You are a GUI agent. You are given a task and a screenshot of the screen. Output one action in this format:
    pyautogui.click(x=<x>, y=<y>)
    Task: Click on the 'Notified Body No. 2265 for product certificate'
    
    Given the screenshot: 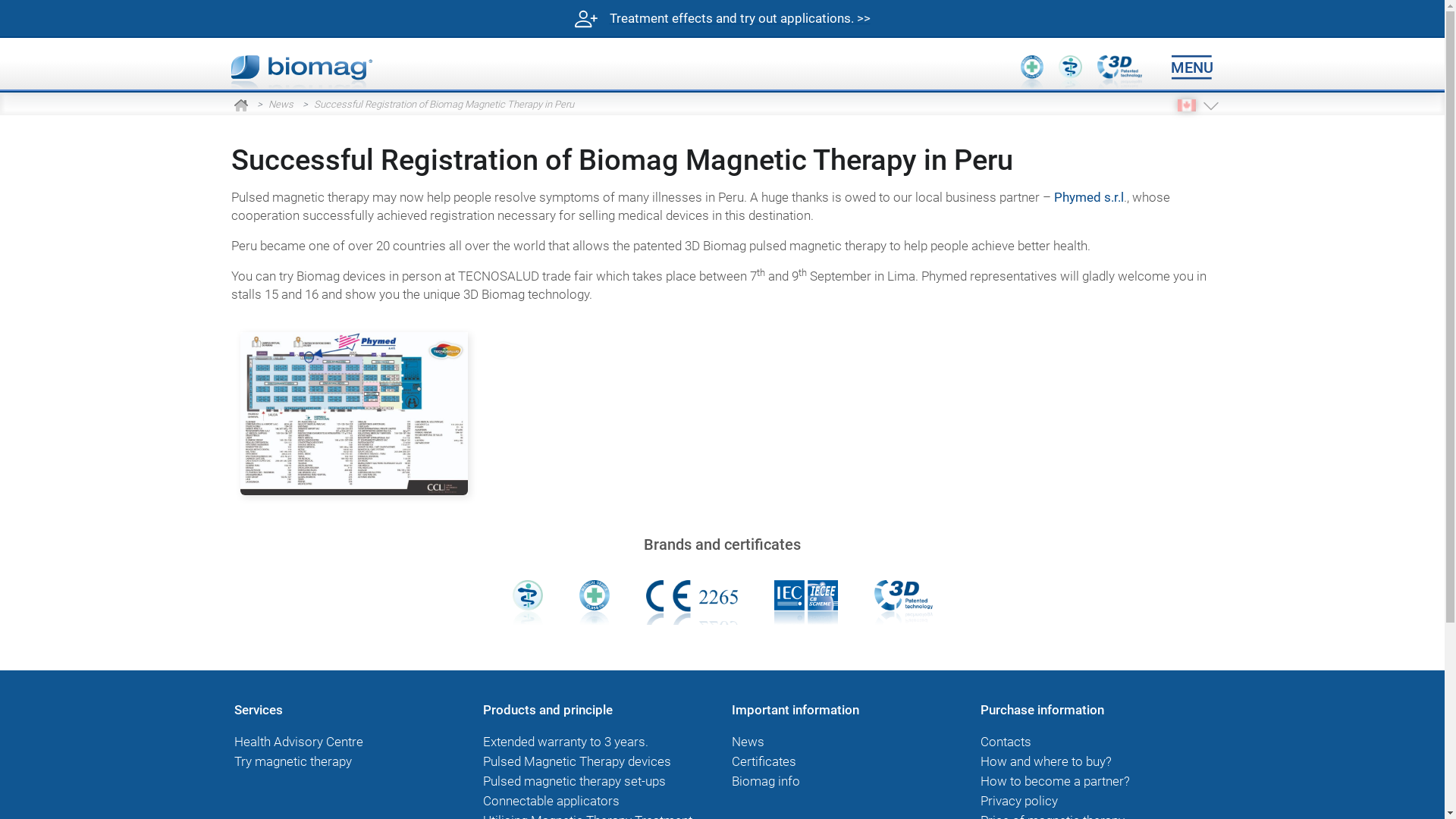 What is the action you would take?
    pyautogui.click(x=691, y=600)
    